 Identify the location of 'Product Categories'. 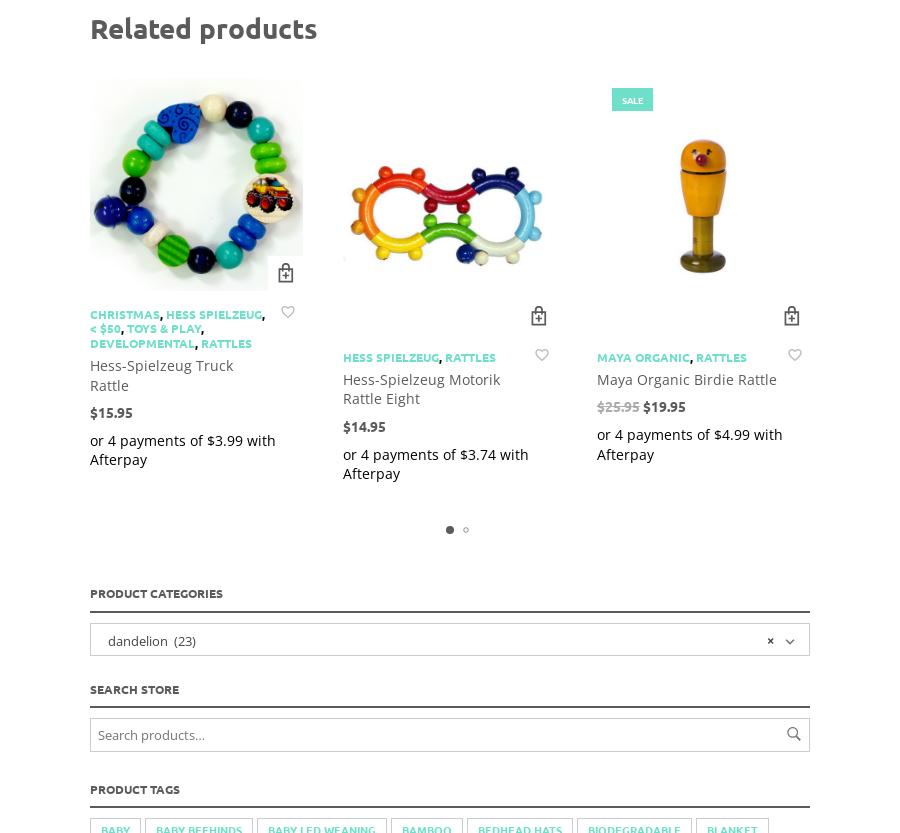
(156, 592).